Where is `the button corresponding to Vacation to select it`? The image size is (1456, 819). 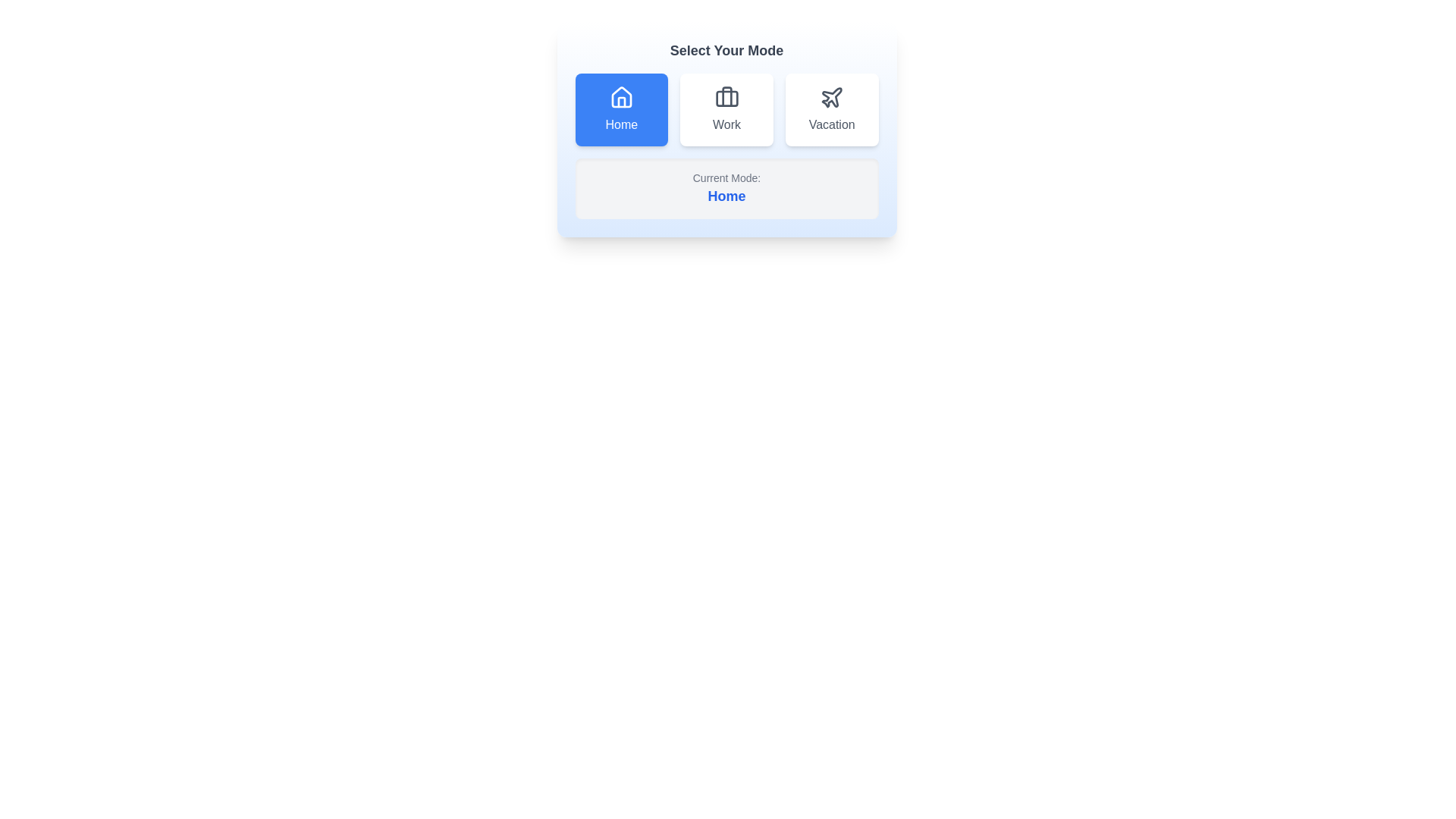
the button corresponding to Vacation to select it is located at coordinates (831, 109).